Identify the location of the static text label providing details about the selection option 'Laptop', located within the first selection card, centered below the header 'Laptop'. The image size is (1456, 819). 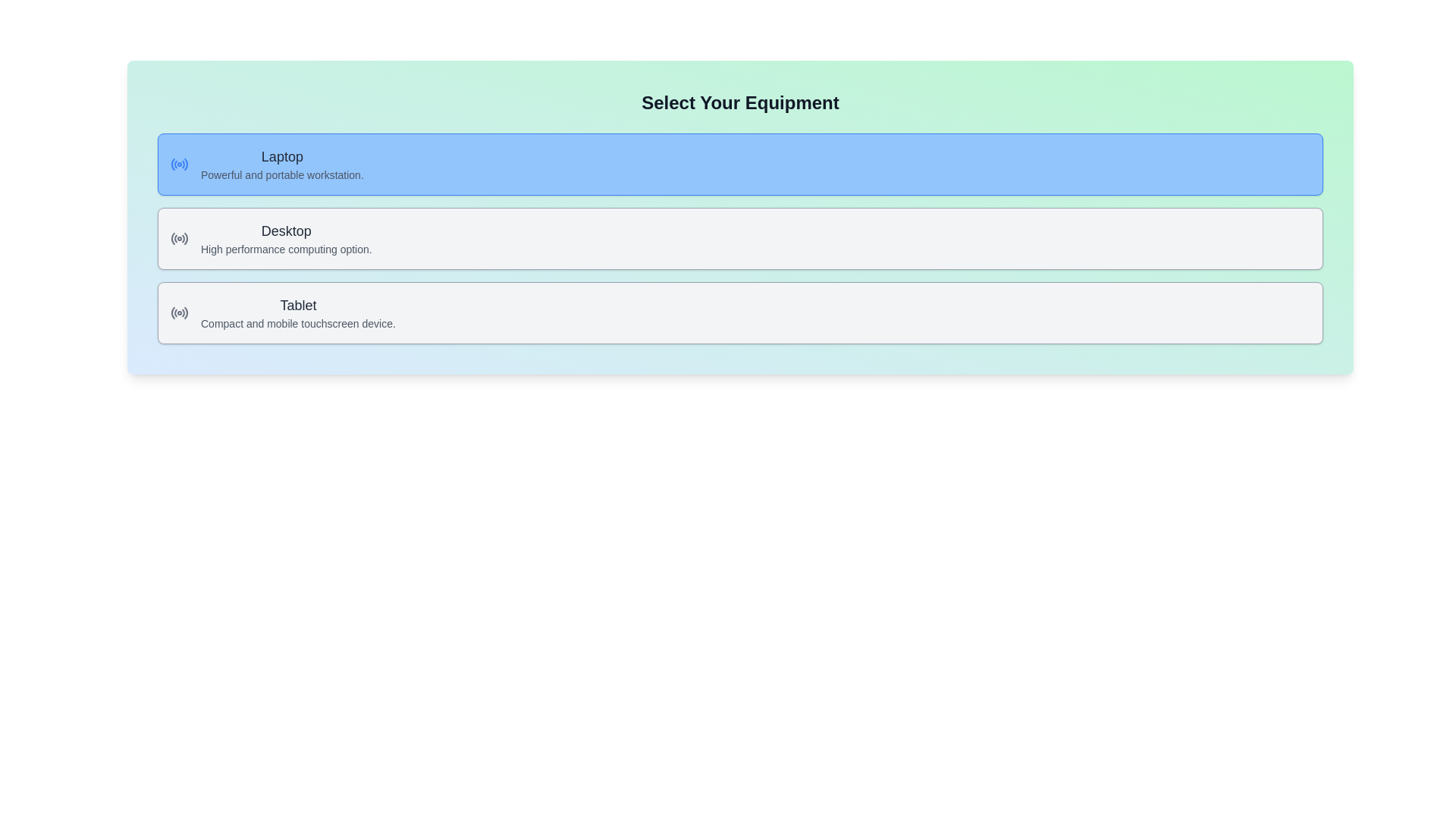
(282, 174).